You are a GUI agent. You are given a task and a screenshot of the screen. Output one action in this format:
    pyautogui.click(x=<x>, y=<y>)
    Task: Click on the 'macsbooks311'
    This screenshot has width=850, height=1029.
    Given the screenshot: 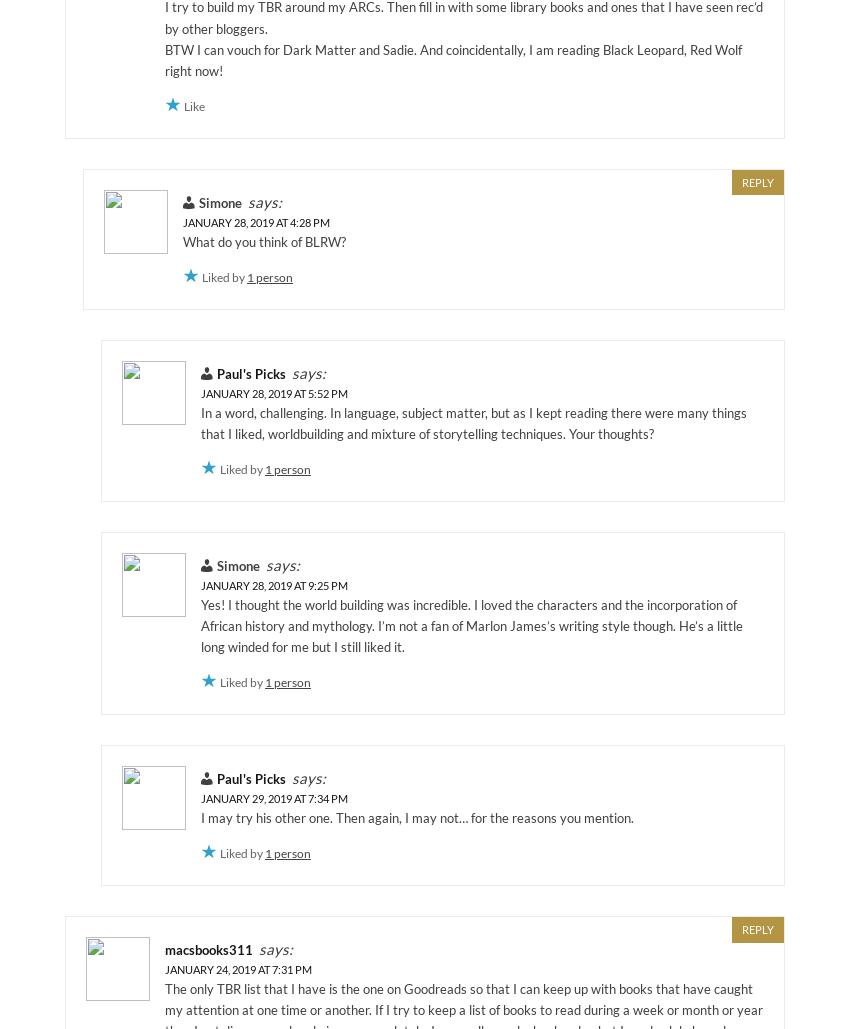 What is the action you would take?
    pyautogui.click(x=164, y=949)
    